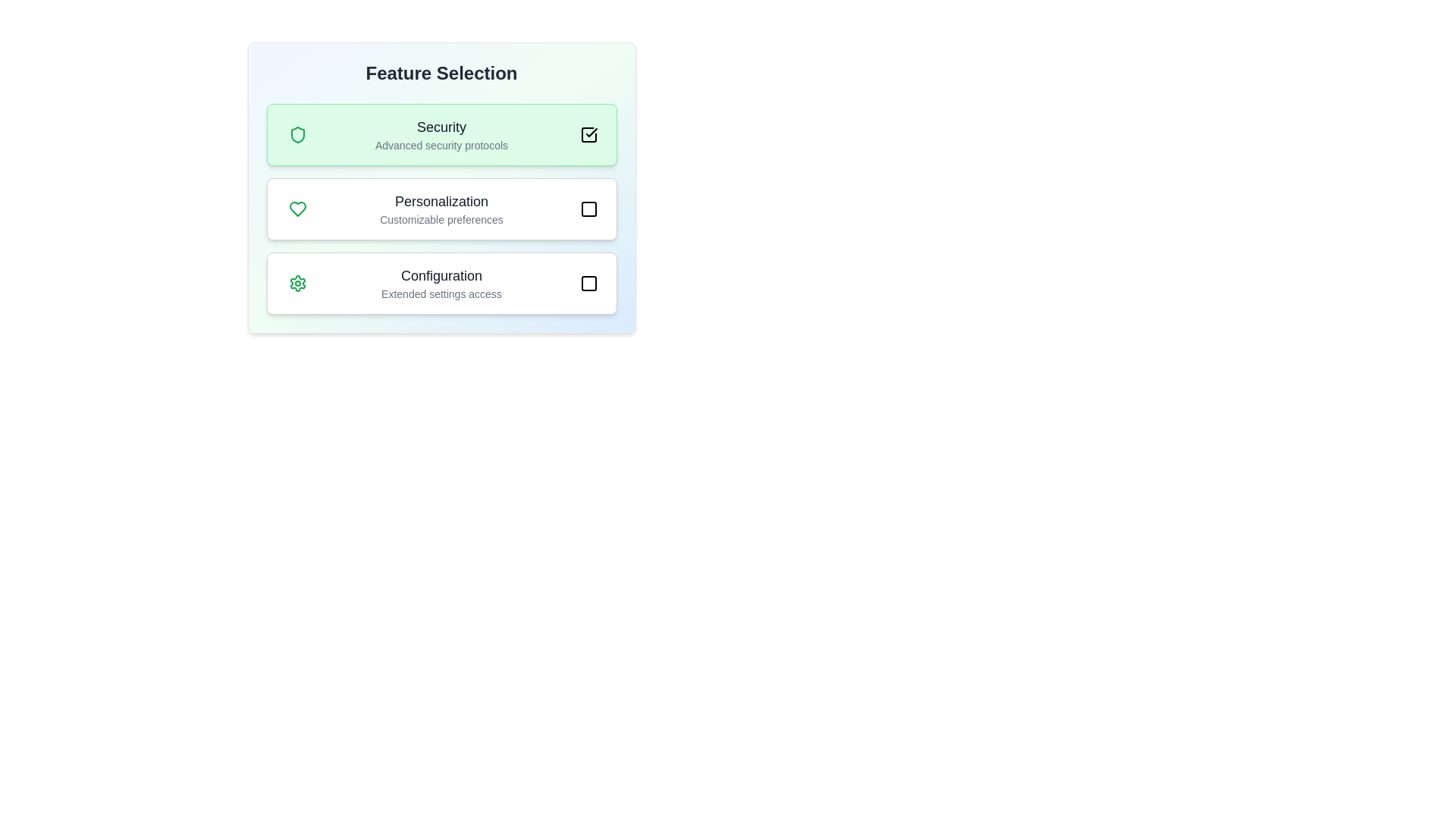  What do you see at coordinates (588, 284) in the screenshot?
I see `the unselected checkbox located in the bottom-right corner of the Configuration selection panel` at bounding box center [588, 284].